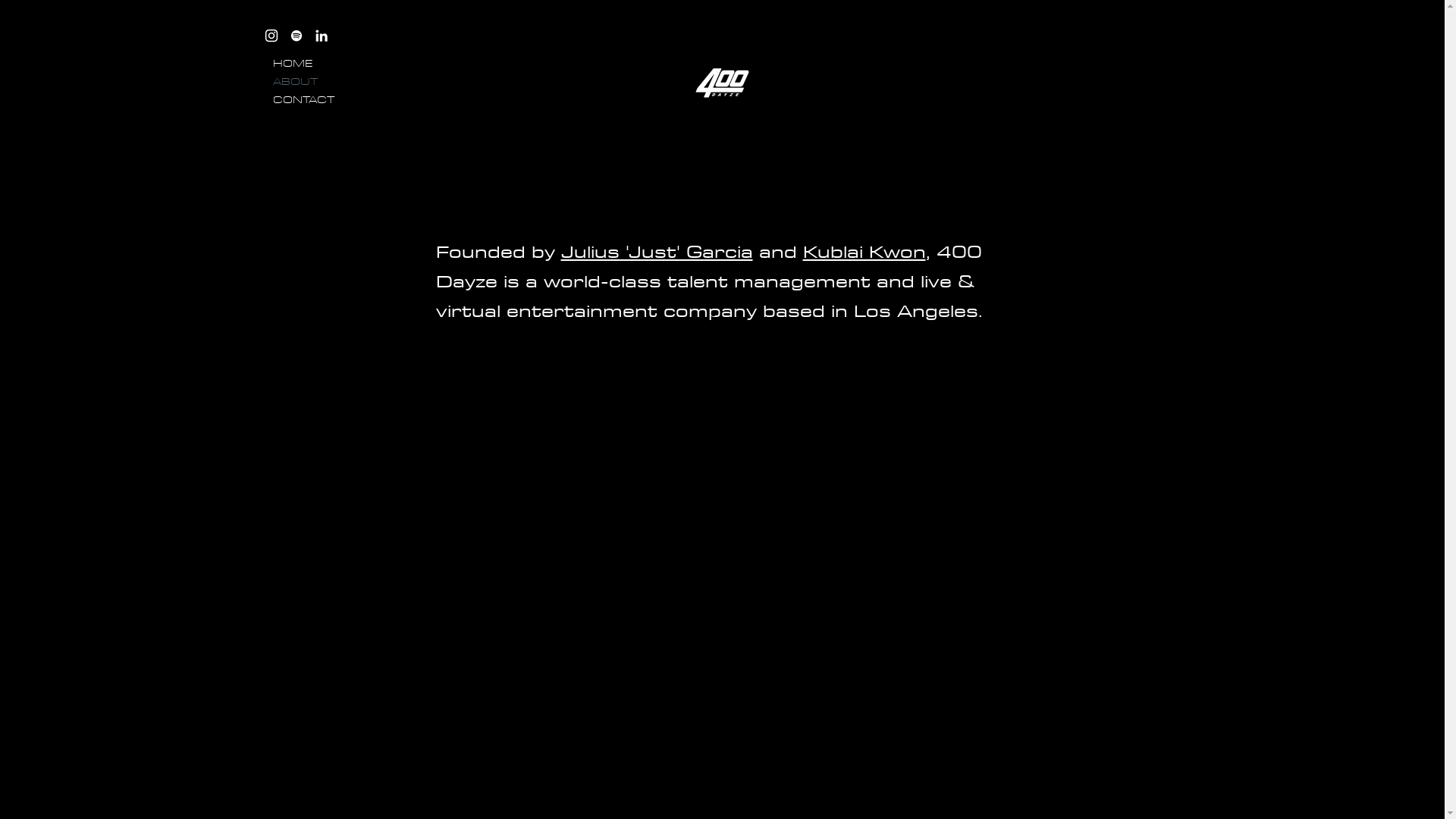 The width and height of the screenshot is (1456, 819). I want to click on 'Kublai Kwon', so click(863, 250).